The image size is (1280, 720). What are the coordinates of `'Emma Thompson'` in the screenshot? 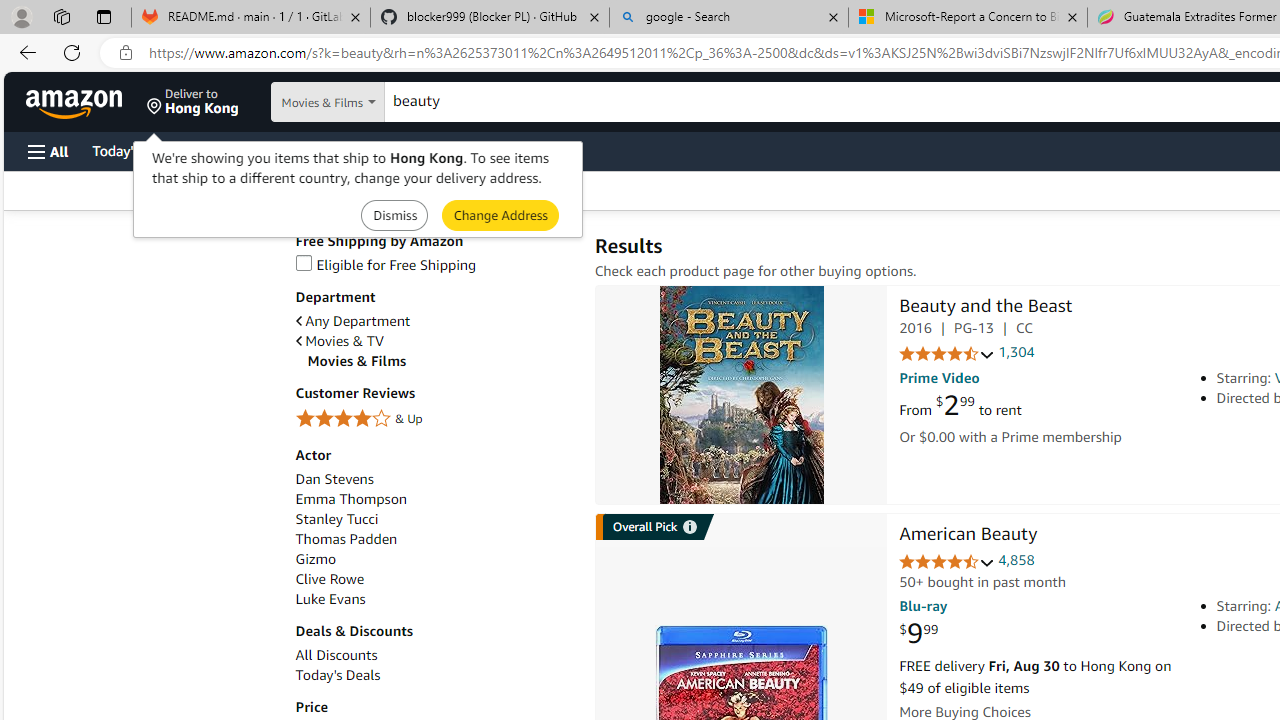 It's located at (433, 498).